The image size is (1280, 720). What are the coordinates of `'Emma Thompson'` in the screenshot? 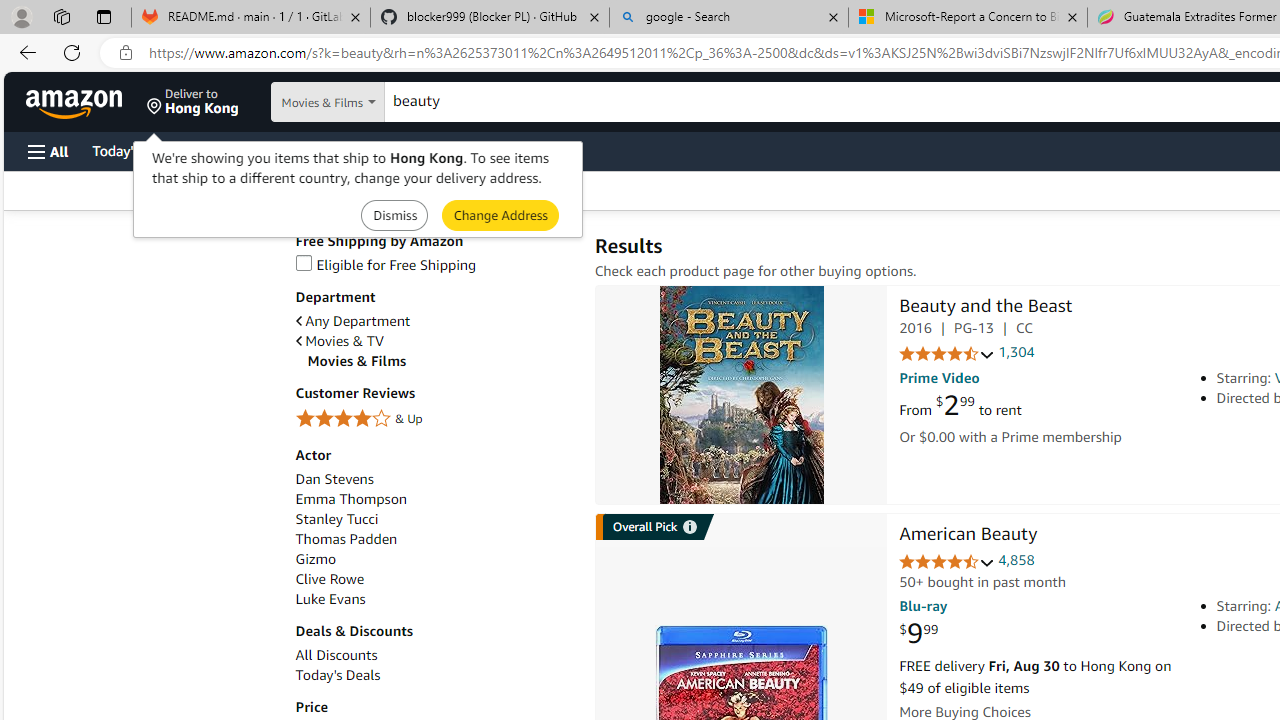 It's located at (433, 498).